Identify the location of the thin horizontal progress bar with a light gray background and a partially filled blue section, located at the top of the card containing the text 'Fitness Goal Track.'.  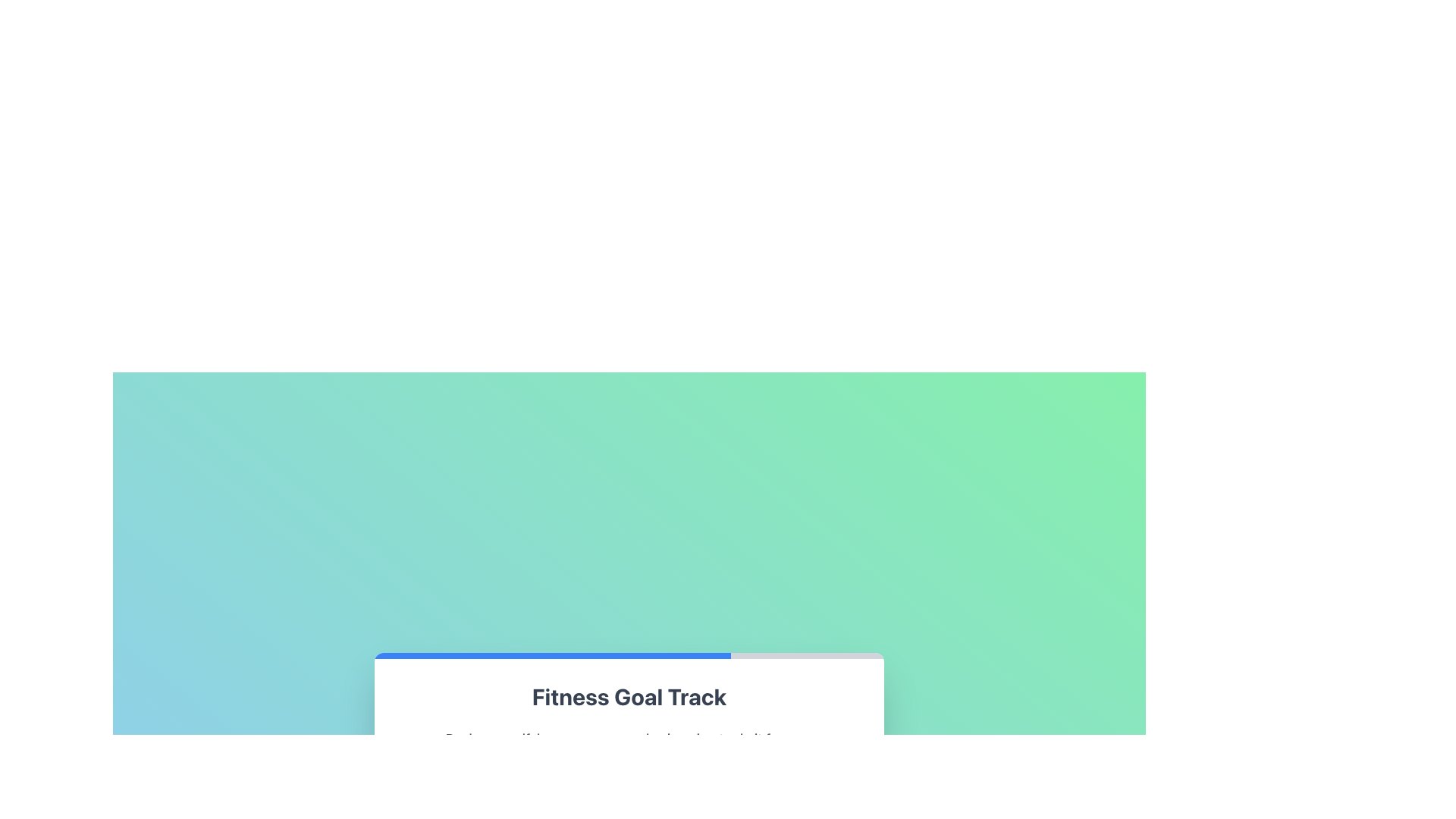
(629, 654).